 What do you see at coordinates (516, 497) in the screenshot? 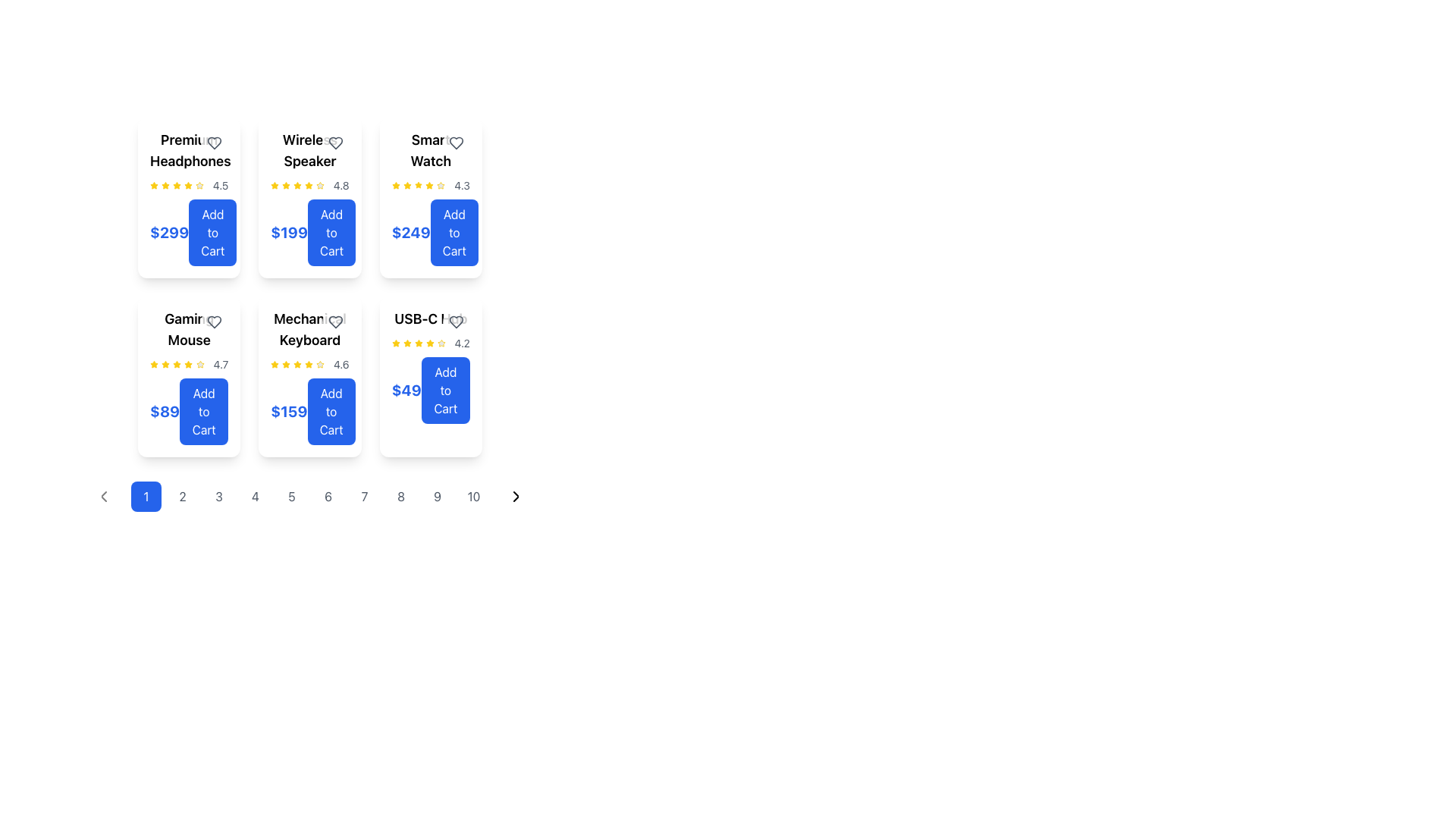
I see `the pagination control button located at the far-right end of the pagination section` at bounding box center [516, 497].